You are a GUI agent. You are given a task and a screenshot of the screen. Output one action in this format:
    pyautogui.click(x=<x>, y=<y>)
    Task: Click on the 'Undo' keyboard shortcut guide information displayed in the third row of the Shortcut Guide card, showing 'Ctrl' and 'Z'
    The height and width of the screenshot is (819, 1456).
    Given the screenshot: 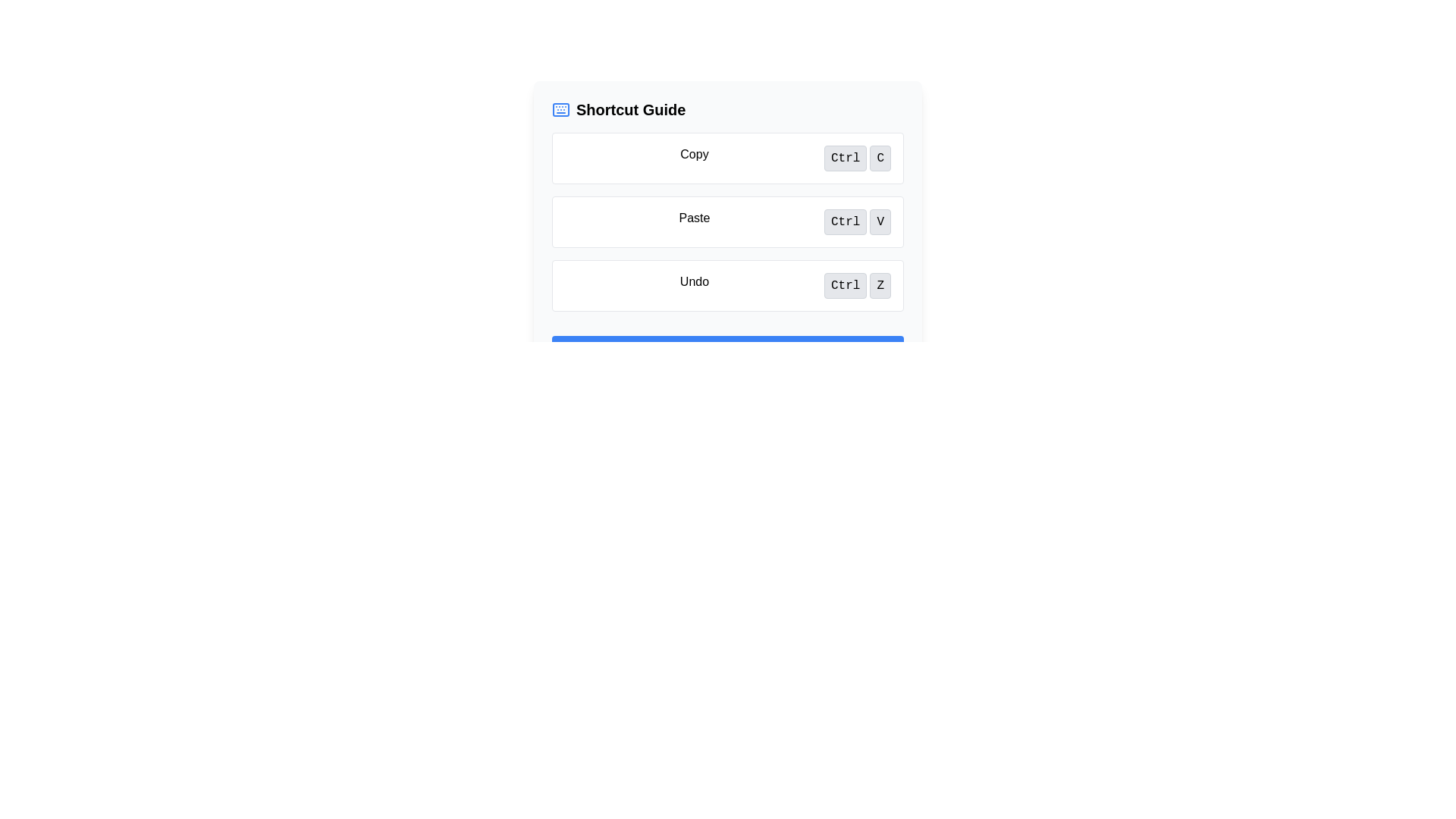 What is the action you would take?
    pyautogui.click(x=728, y=286)
    